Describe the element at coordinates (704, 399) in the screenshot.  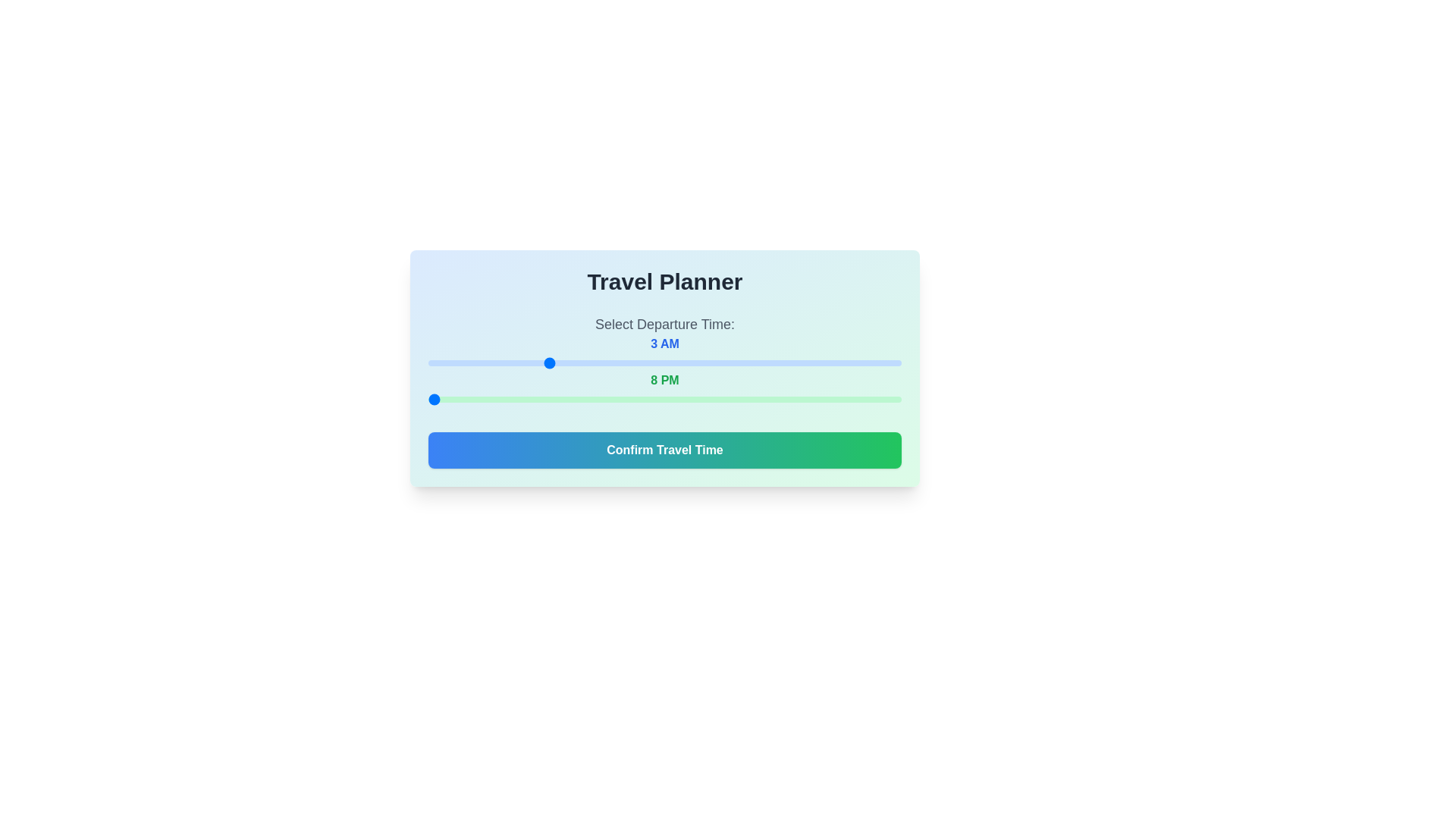
I see `the slider value` at that location.